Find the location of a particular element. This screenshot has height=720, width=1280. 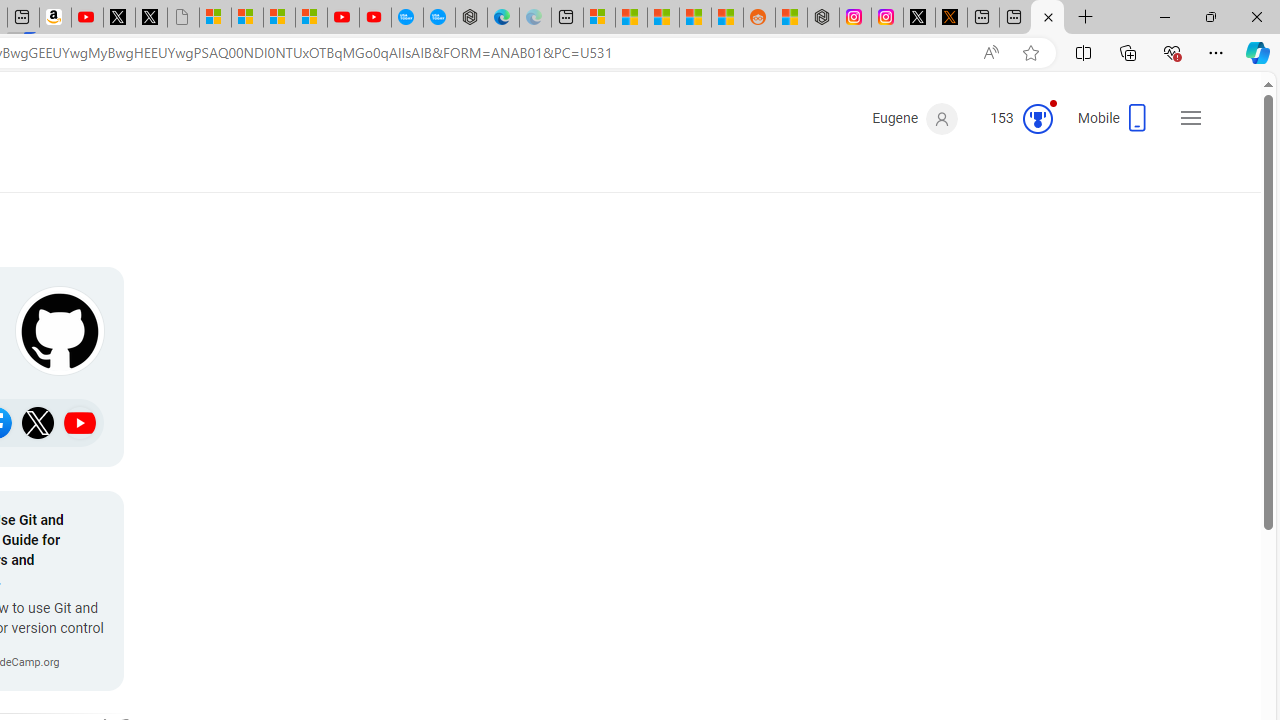

'Settings and quick links' is located at coordinates (1191, 118).